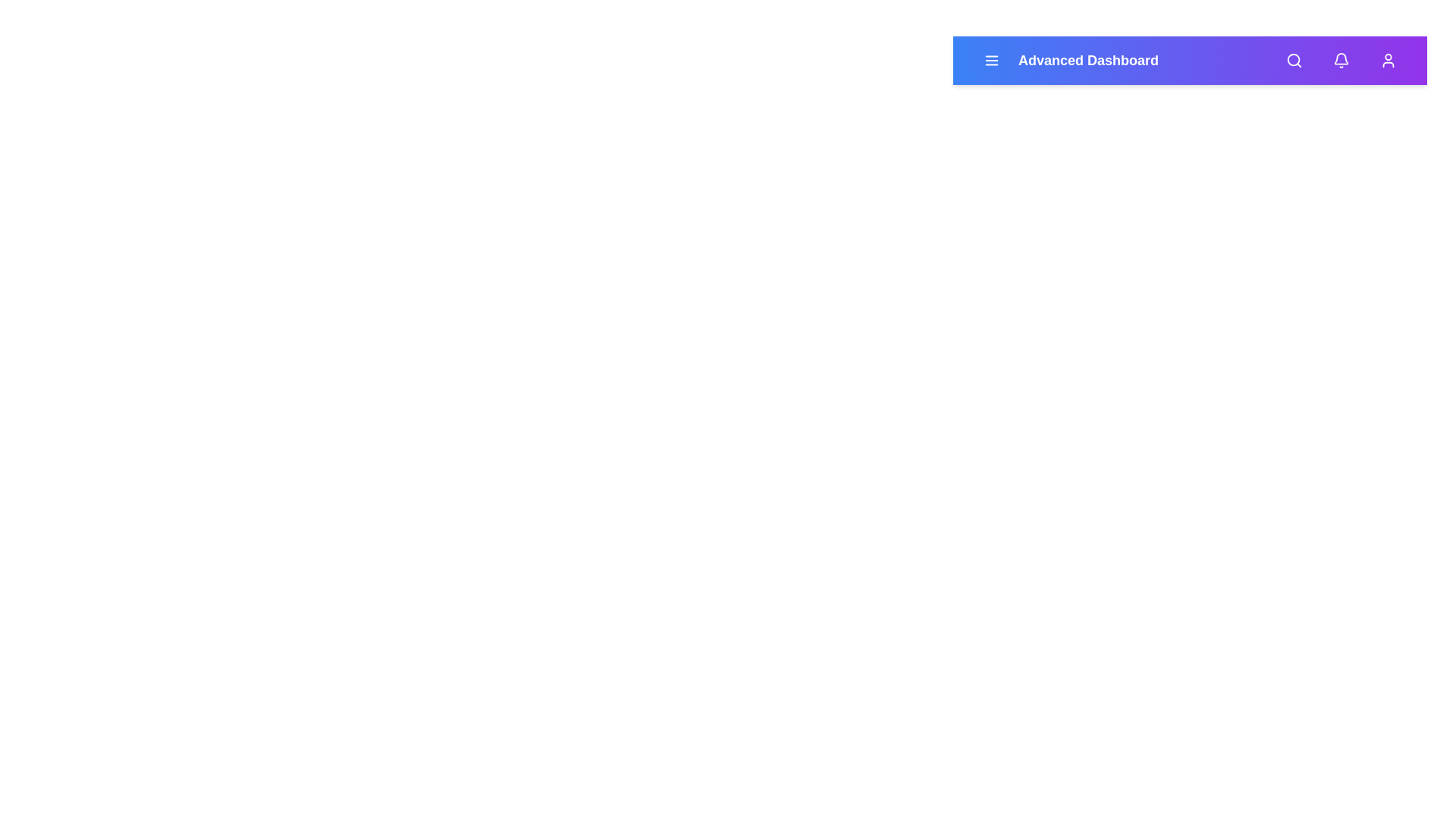  I want to click on the bell icon to view notifications, so click(1341, 60).